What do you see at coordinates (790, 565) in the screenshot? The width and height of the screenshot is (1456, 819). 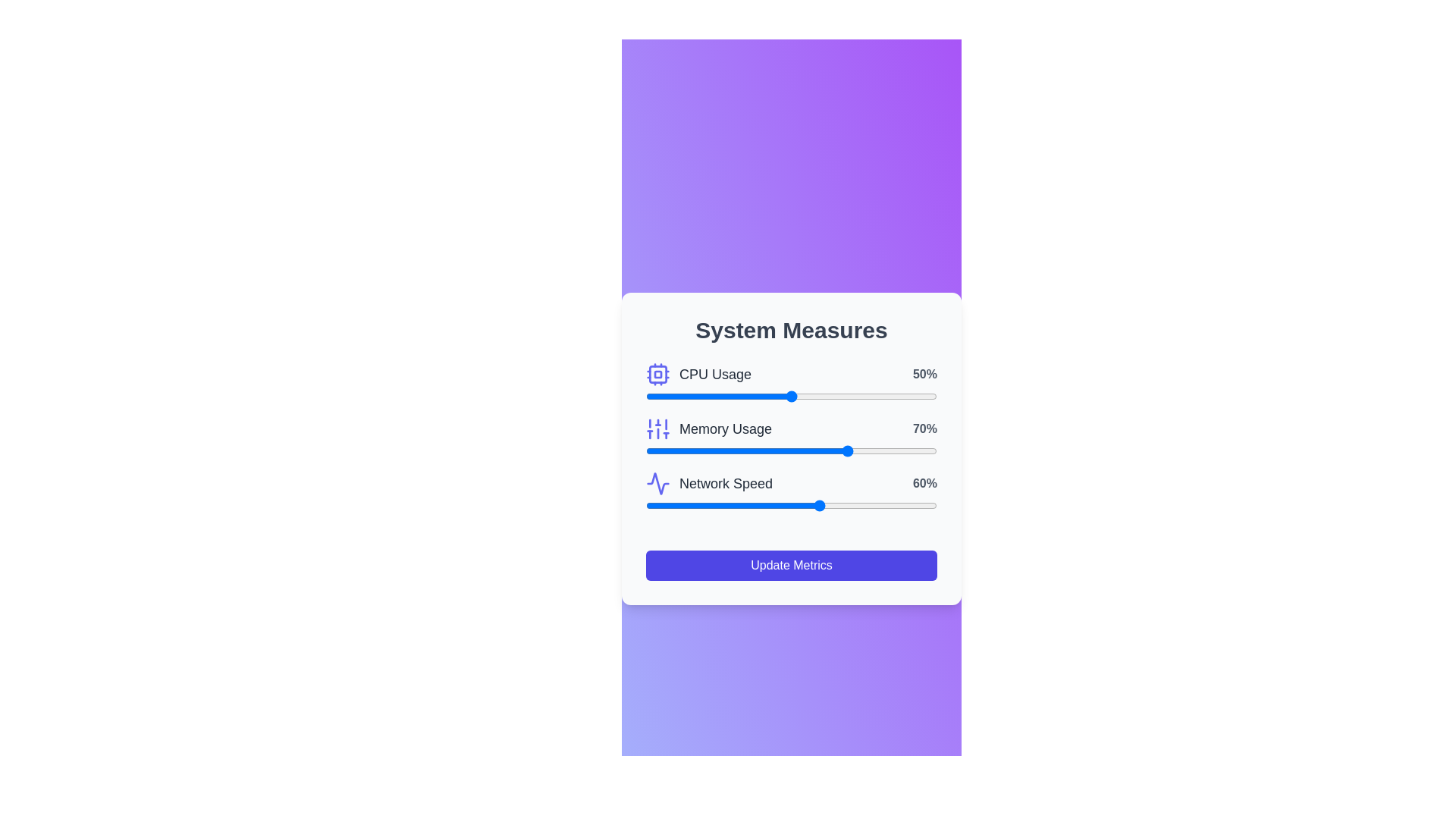 I see `the 'Update Metrics' button to trigger the update action` at bounding box center [790, 565].